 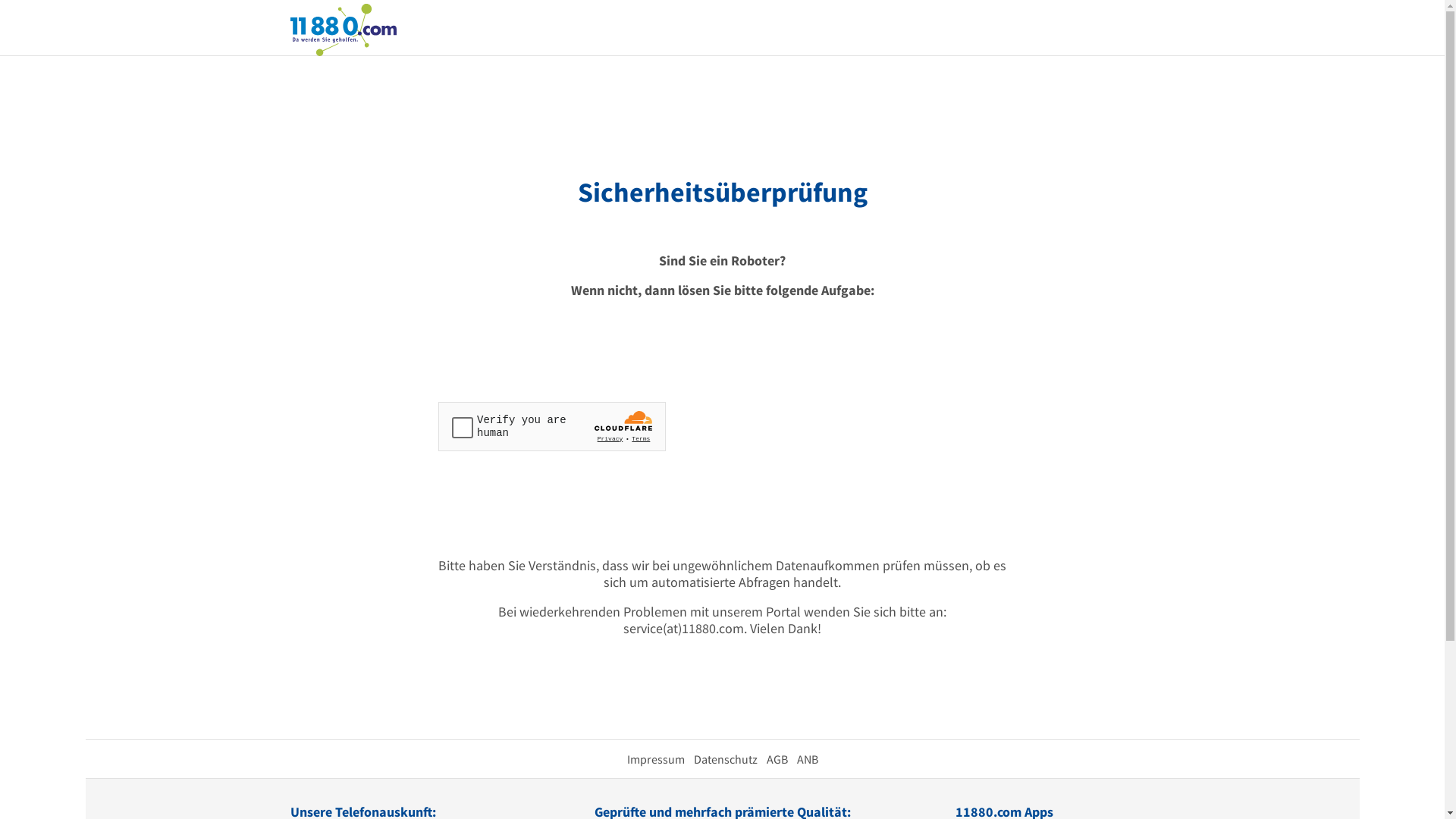 I want to click on 'AGB', so click(x=765, y=759).